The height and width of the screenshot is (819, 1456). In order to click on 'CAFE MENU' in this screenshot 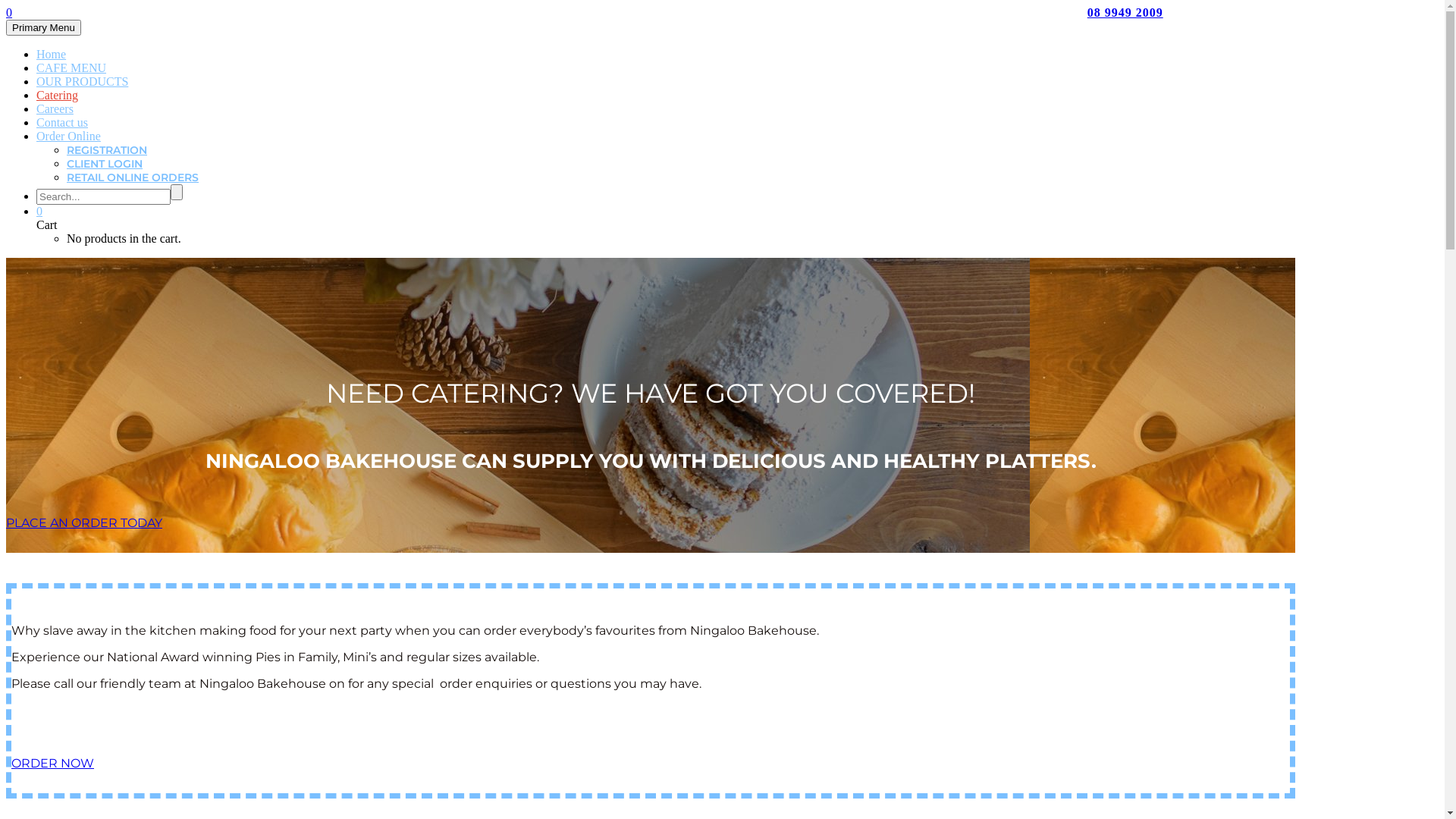, I will do `click(71, 67)`.